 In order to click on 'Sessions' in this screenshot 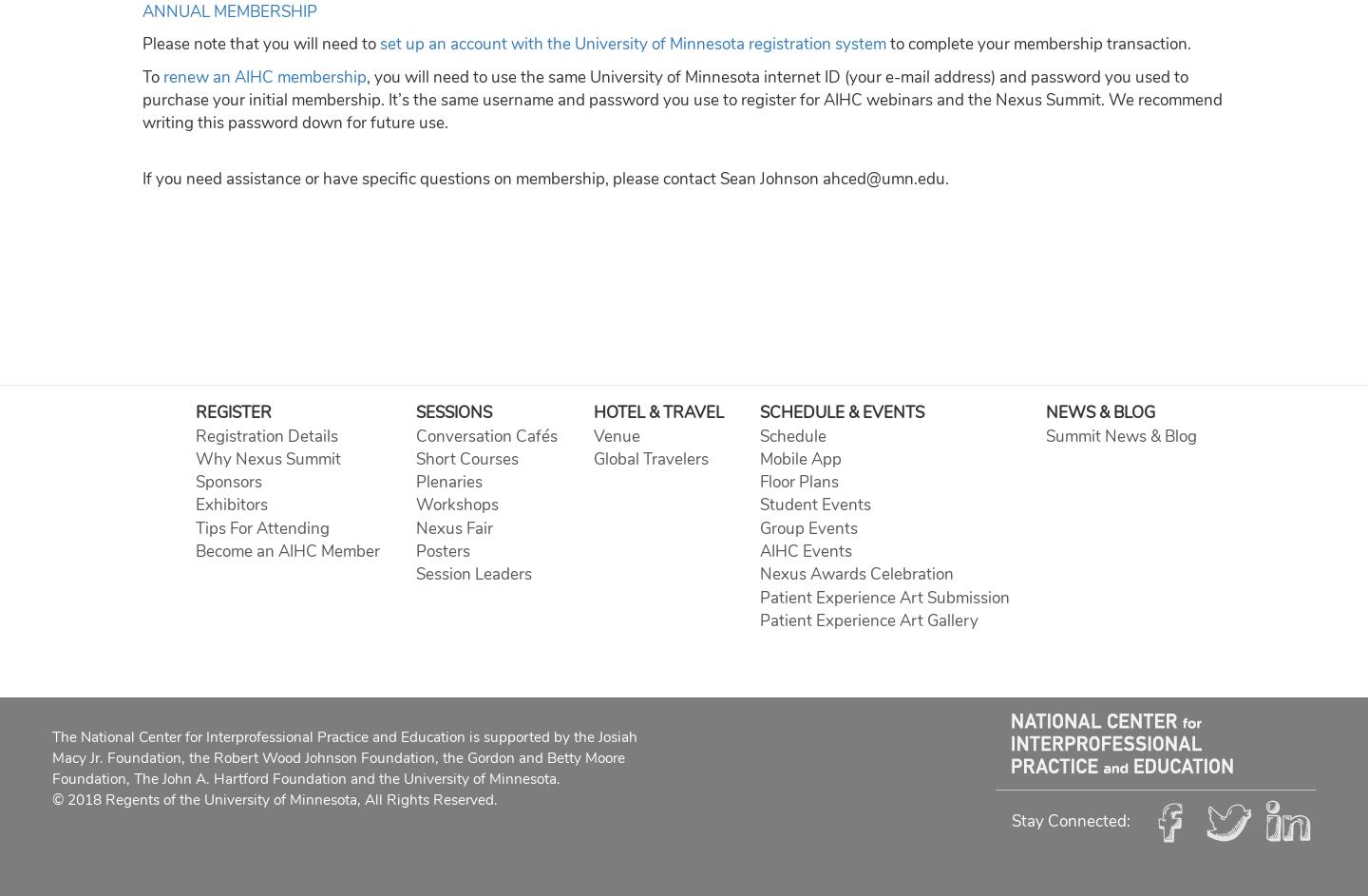, I will do `click(415, 412)`.